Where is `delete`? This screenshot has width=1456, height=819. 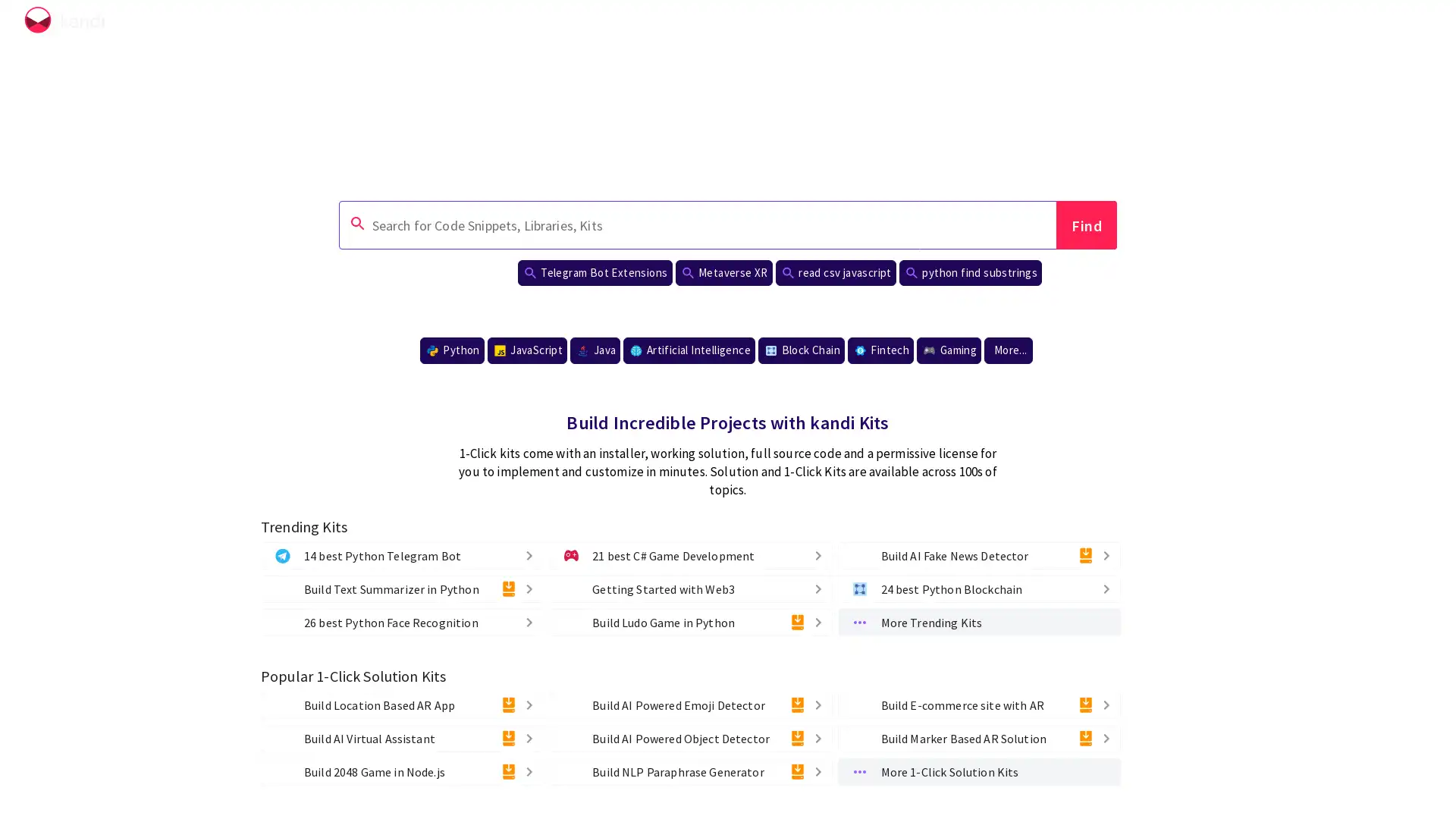 delete is located at coordinates (509, 736).